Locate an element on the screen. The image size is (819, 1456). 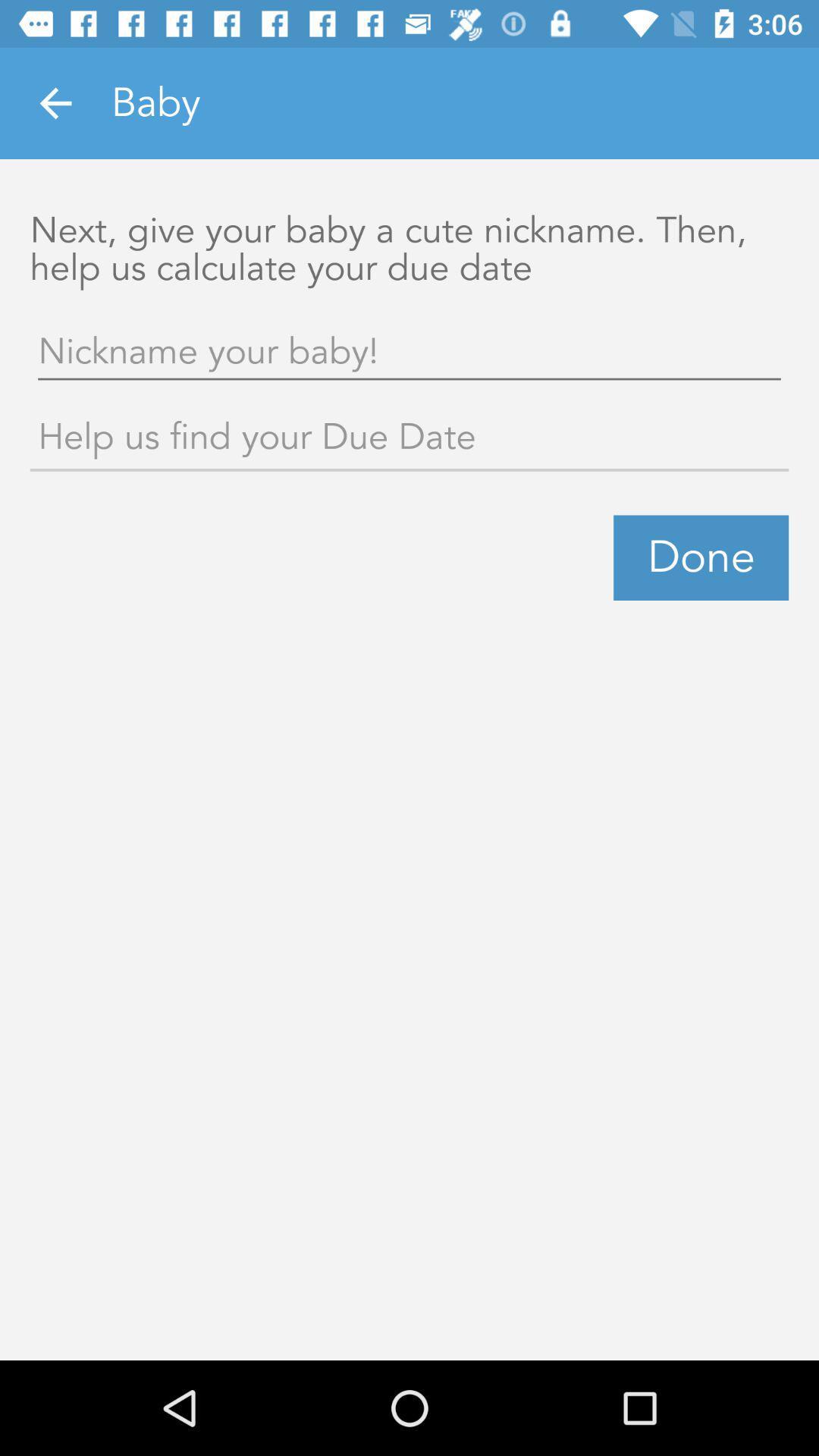
help find your due date is located at coordinates (409, 439).